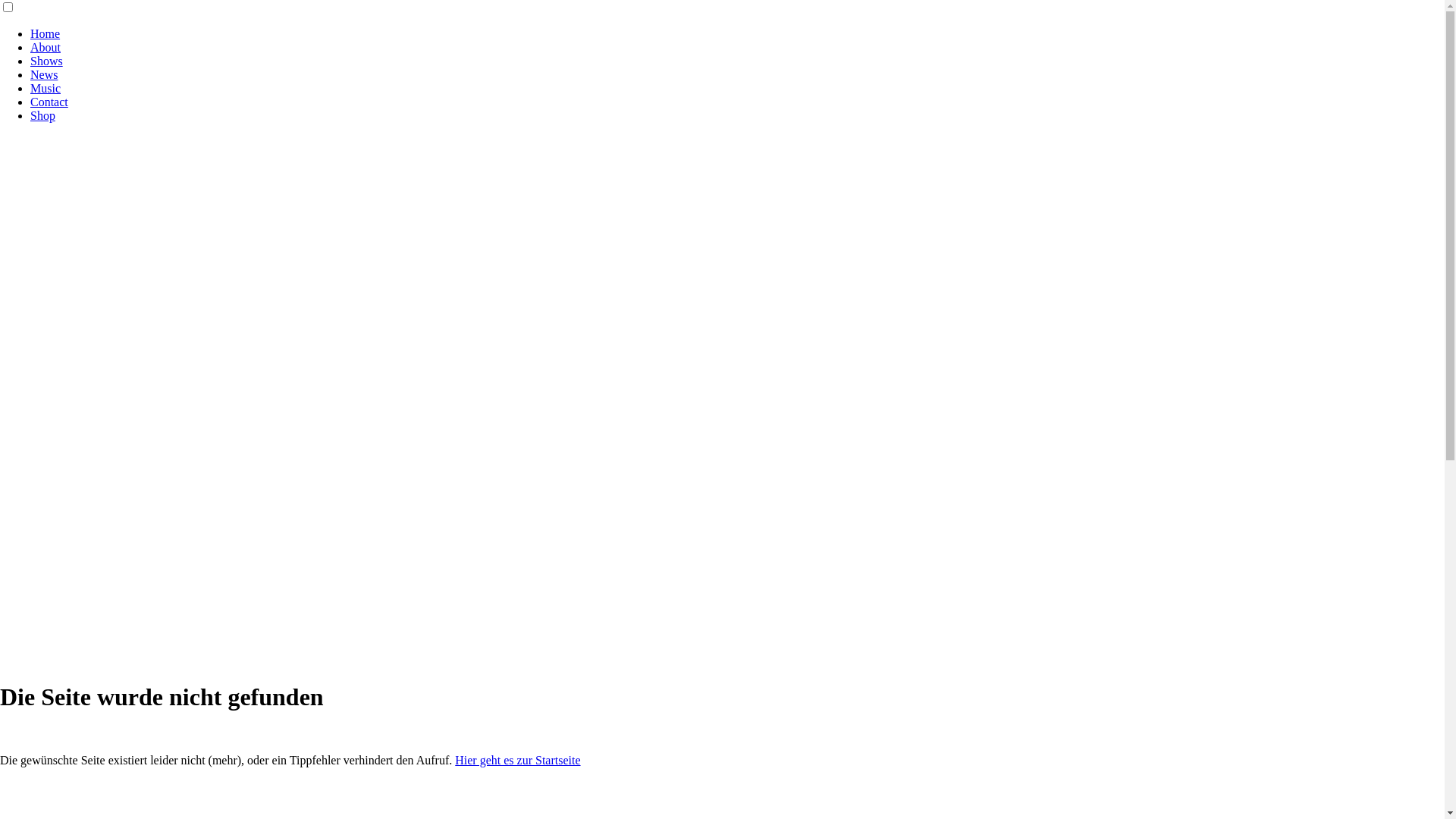  Describe the element at coordinates (46, 60) in the screenshot. I see `'Shows'` at that location.